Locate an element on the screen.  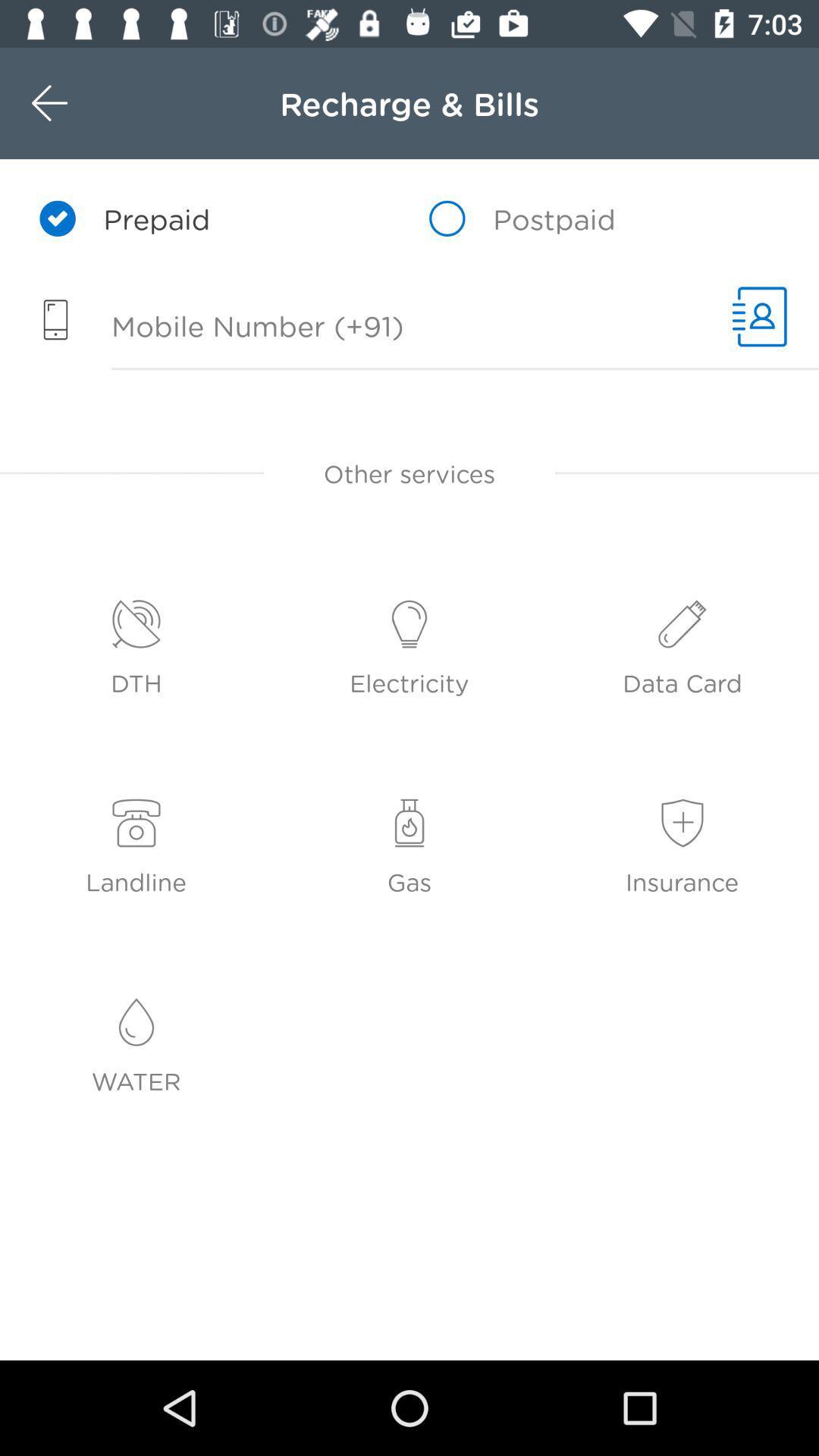
the icon above the landline is located at coordinates (136, 823).